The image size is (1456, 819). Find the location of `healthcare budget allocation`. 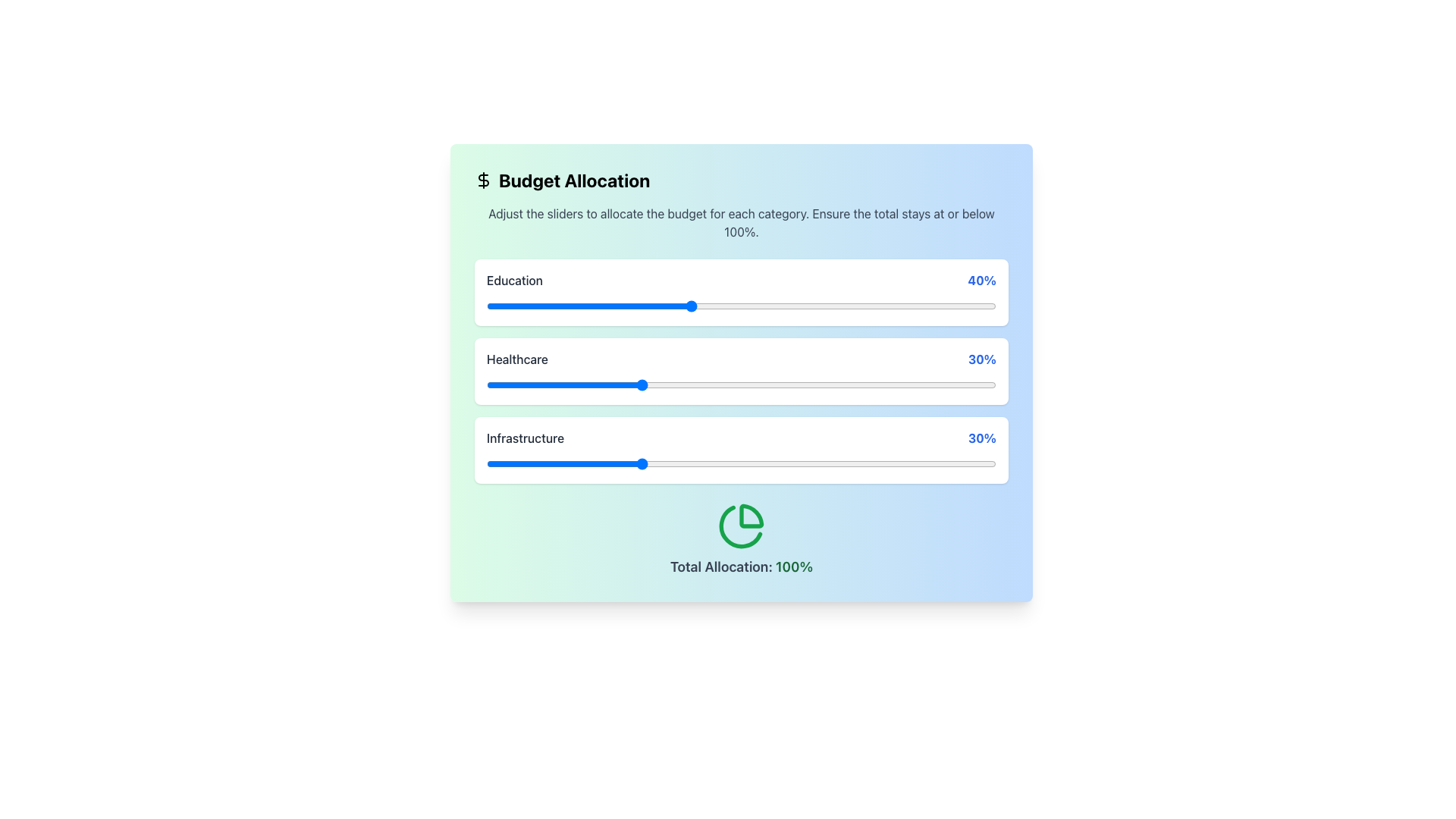

healthcare budget allocation is located at coordinates (542, 384).